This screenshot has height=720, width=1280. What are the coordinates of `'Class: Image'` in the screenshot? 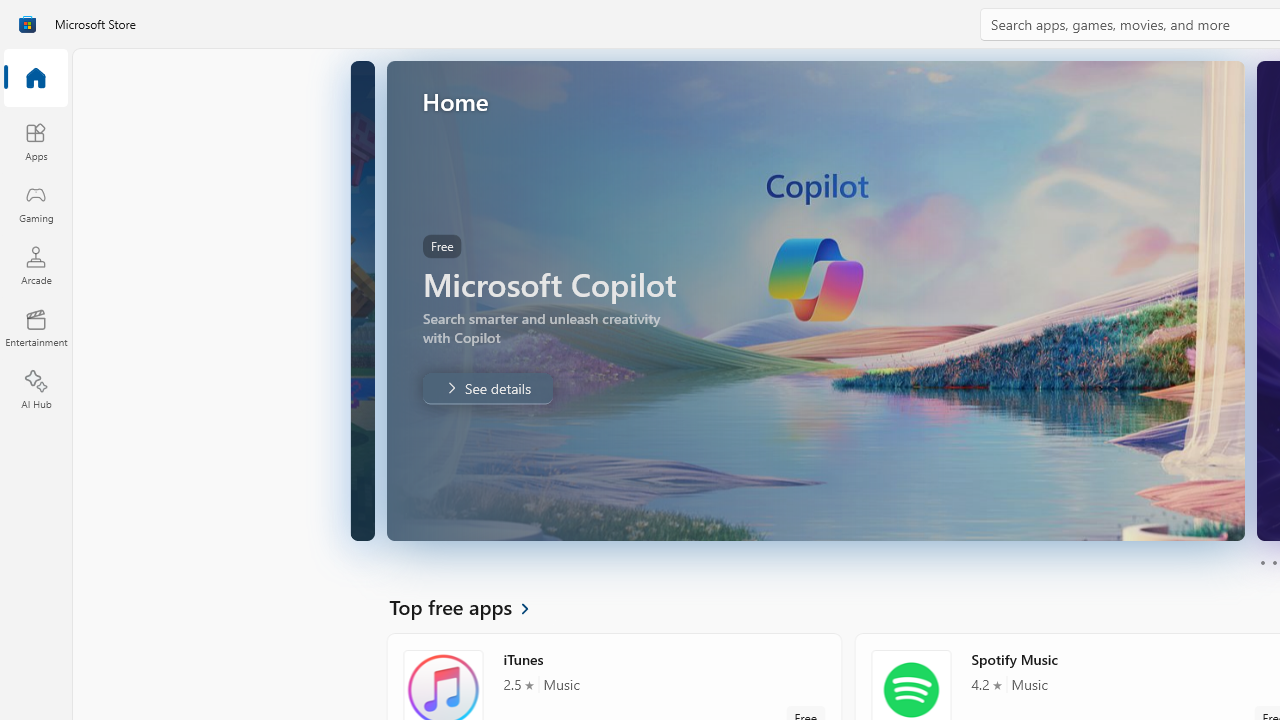 It's located at (27, 24).